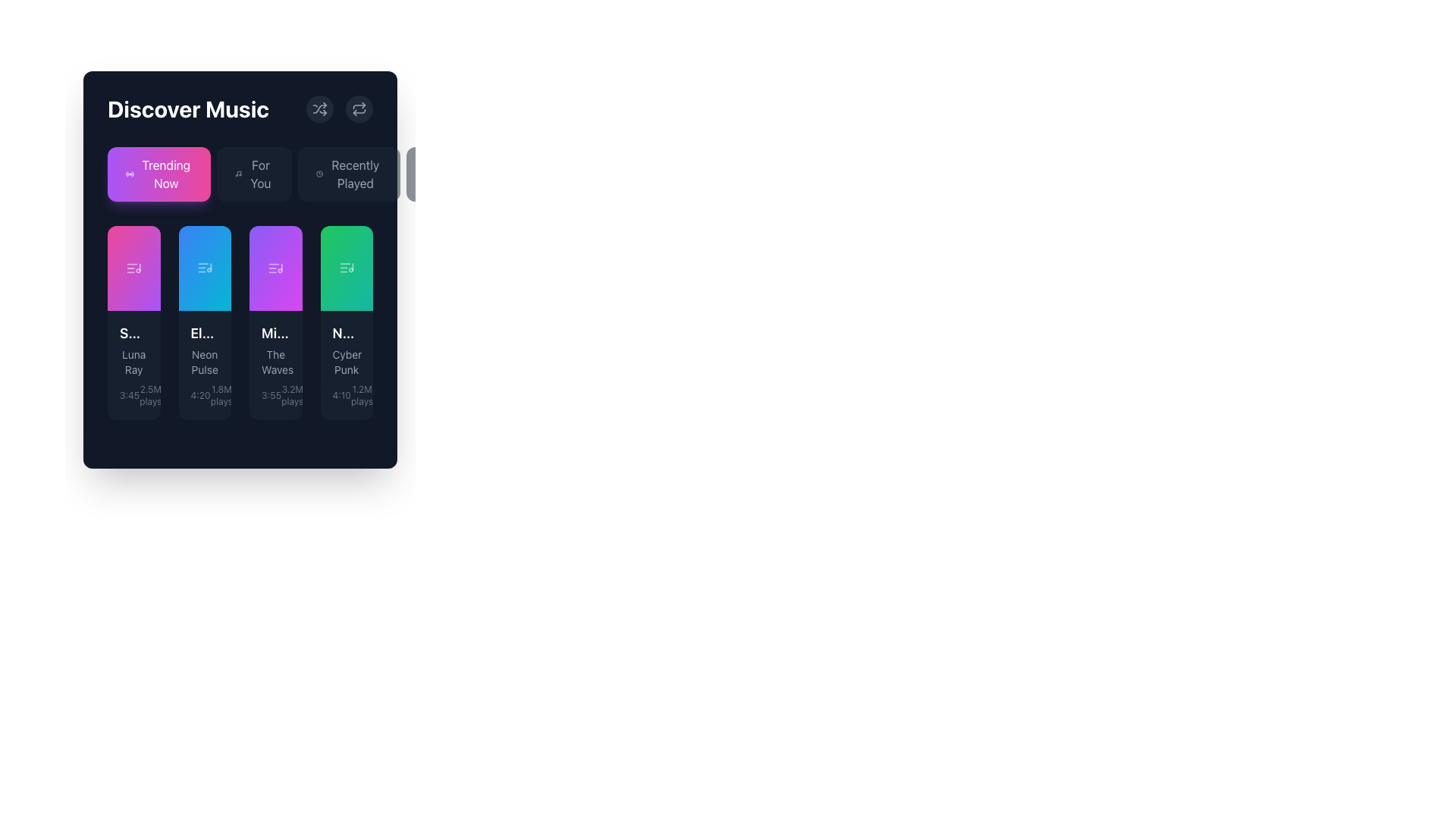  I want to click on the first Decorative card in the 'Discover Music' section, so click(133, 268).